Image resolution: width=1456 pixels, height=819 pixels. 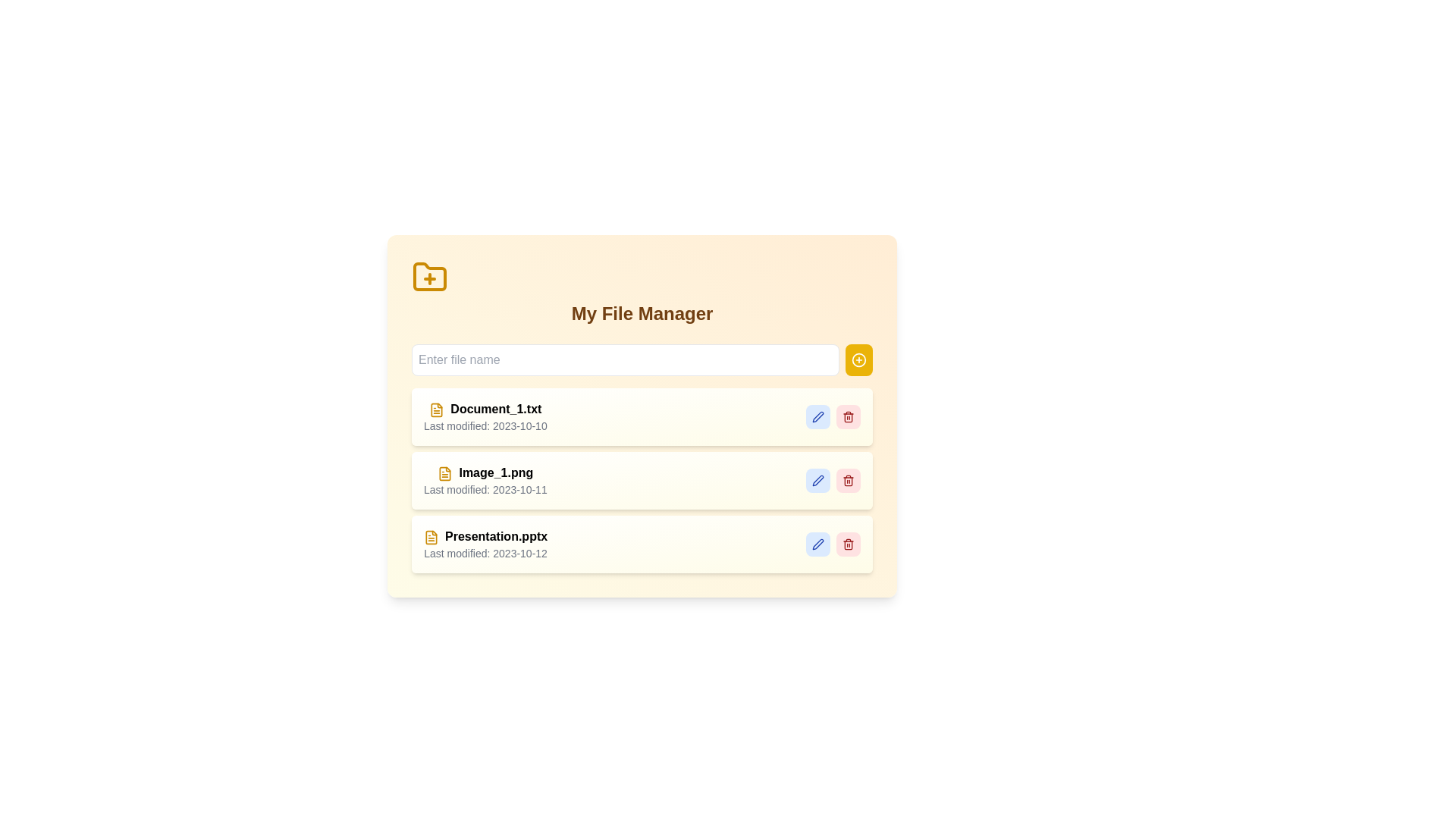 What do you see at coordinates (485, 543) in the screenshot?
I see `the file entry labeled 'Presentation.pptx'` at bounding box center [485, 543].